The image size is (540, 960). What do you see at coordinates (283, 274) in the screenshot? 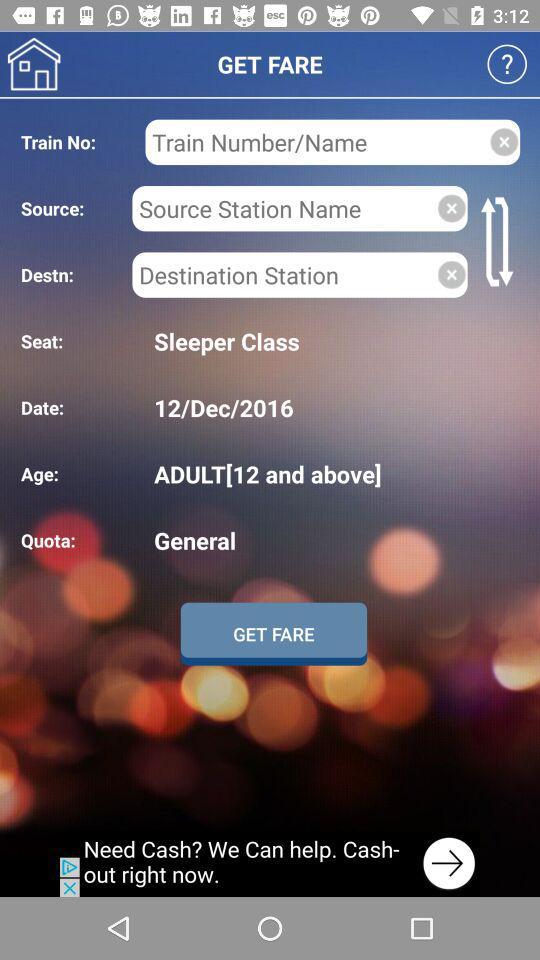
I see `destination location` at bounding box center [283, 274].